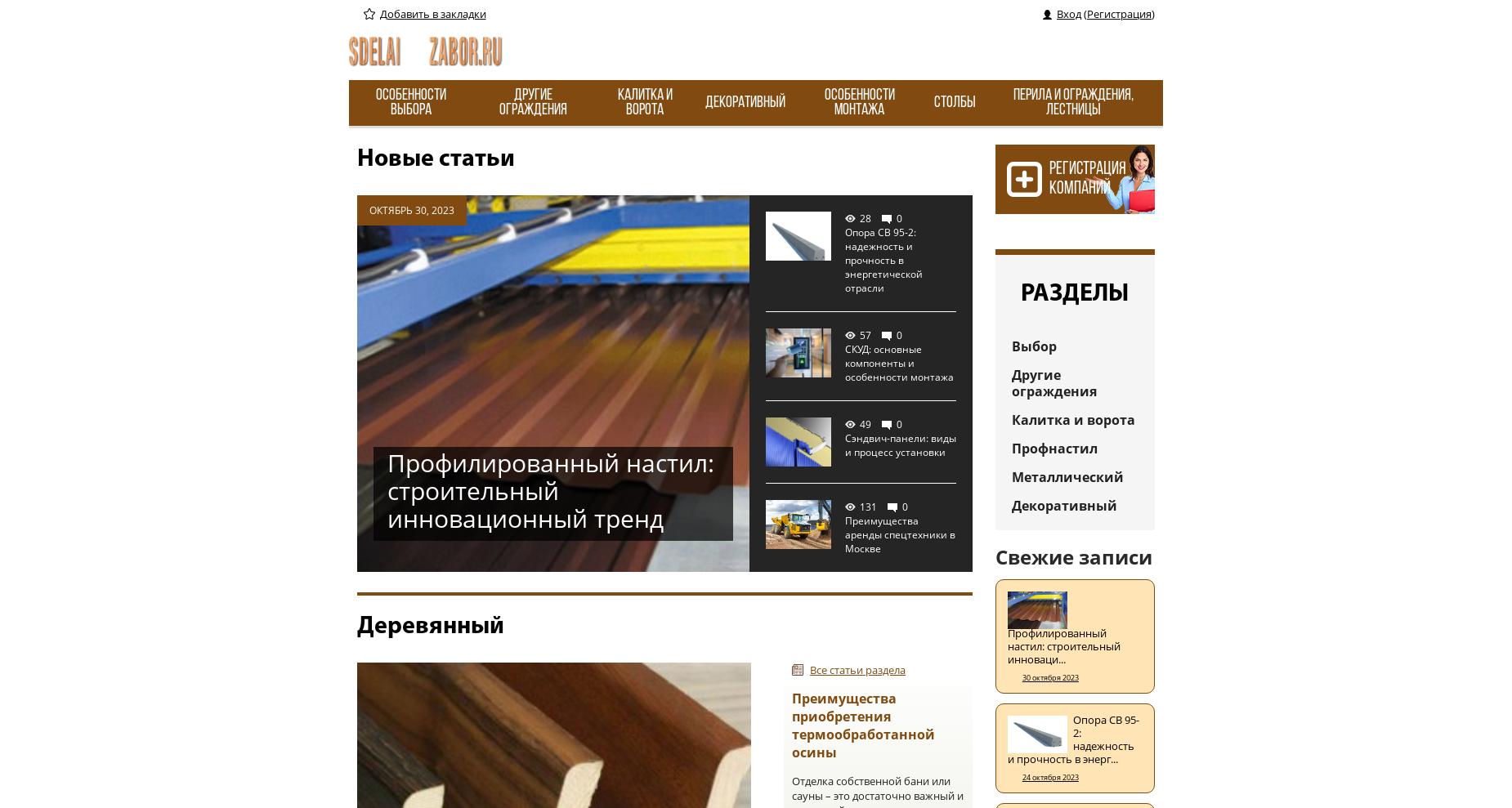  What do you see at coordinates (864, 335) in the screenshot?
I see `'57'` at bounding box center [864, 335].